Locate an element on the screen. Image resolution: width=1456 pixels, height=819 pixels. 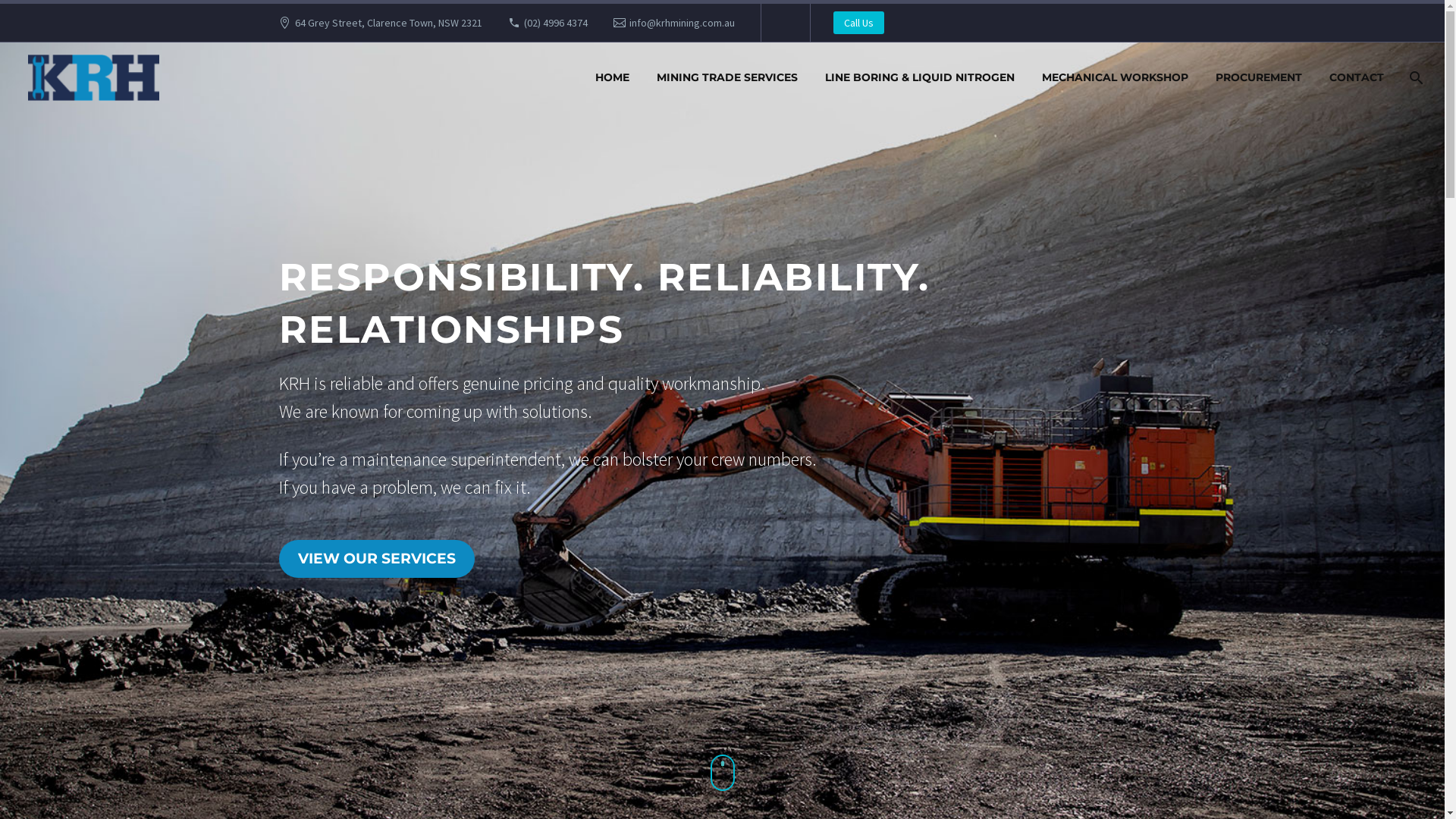
'VIEW OUR SERVICES' is located at coordinates (377, 558).